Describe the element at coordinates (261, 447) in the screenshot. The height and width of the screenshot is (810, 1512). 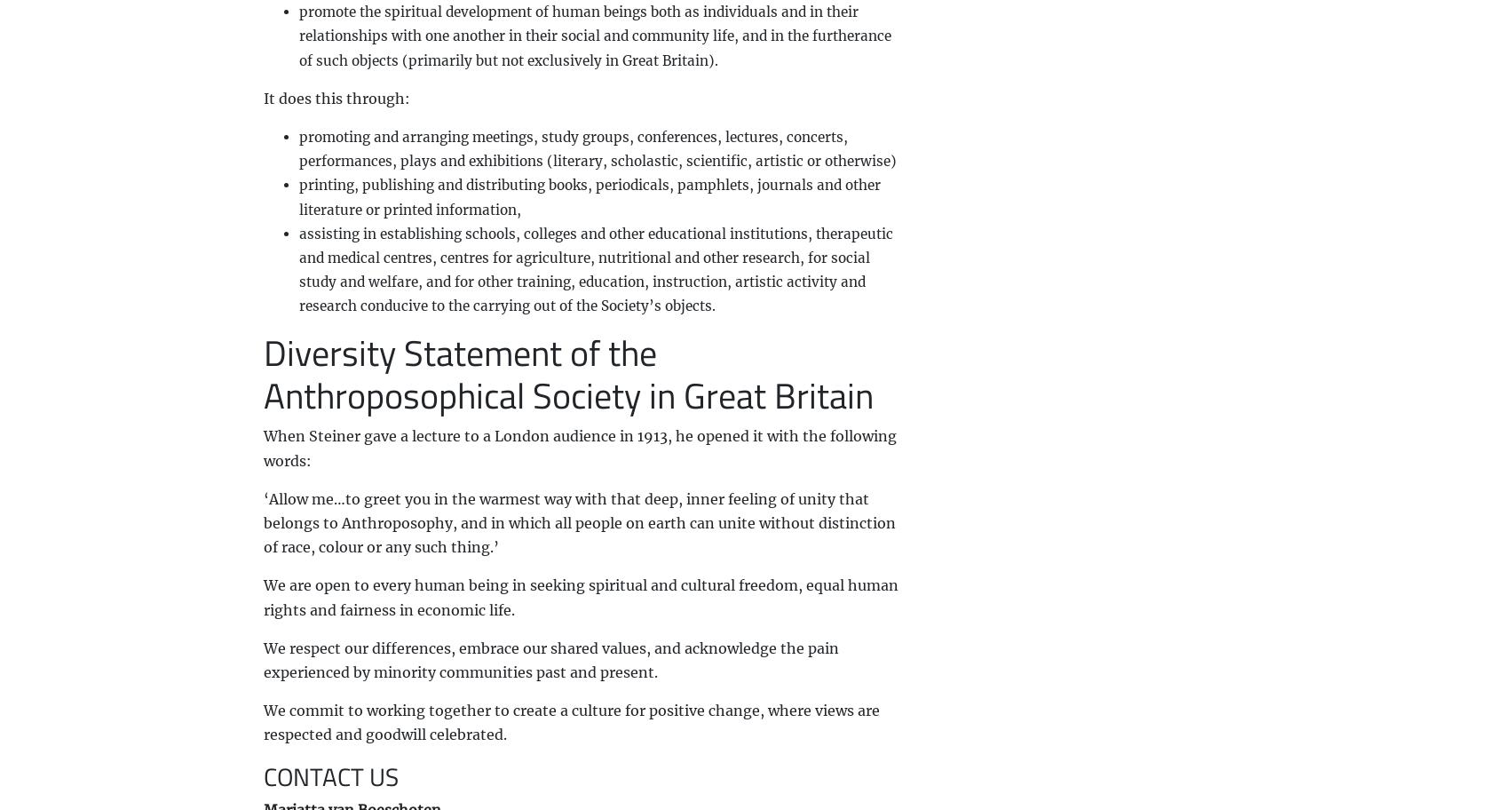
I see `'When Steiner gave a lecture to a London audience in 1913, he opened it with the following words:'` at that location.